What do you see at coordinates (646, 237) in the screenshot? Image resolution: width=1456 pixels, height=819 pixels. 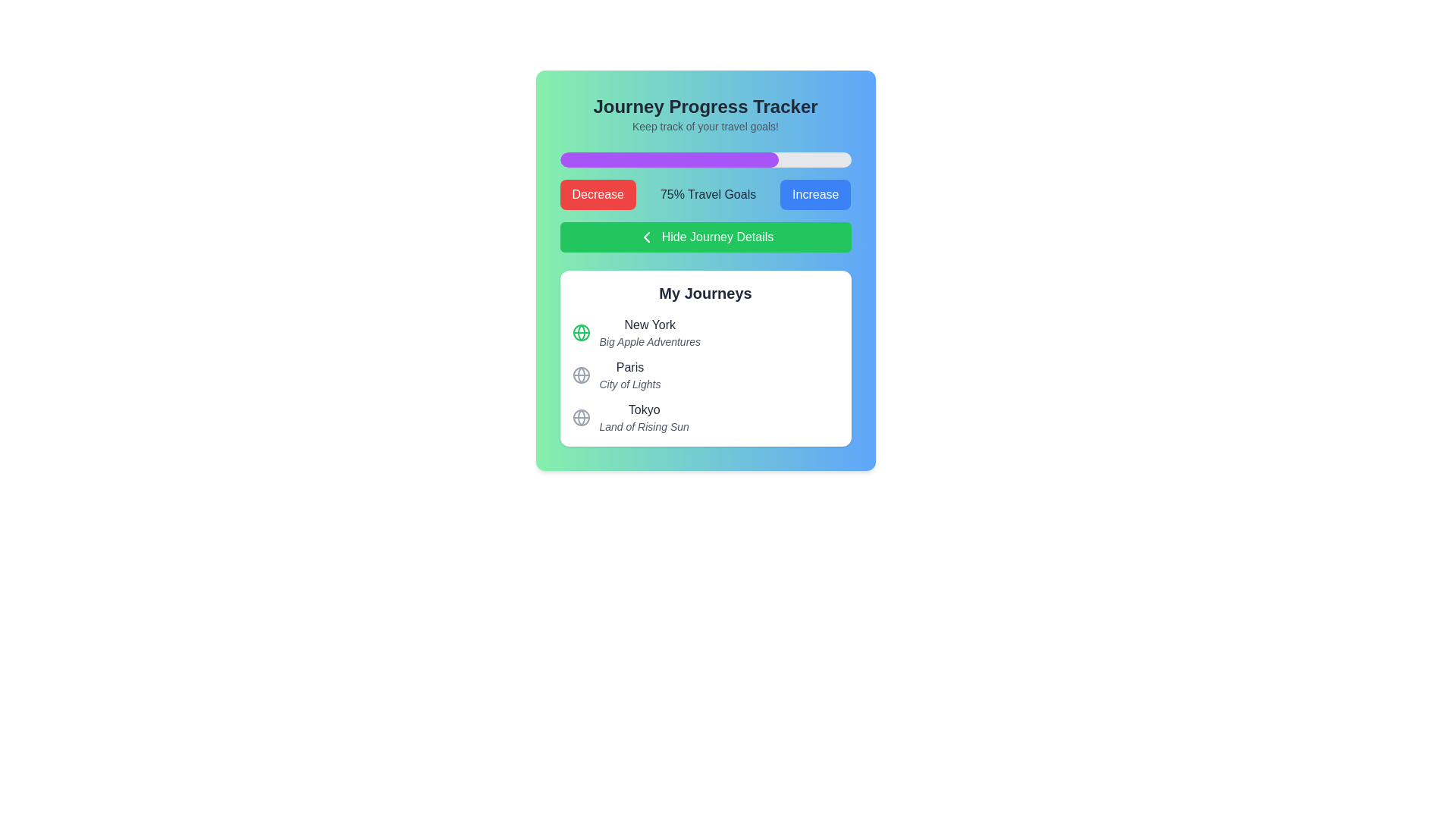 I see `the left-facing chevron icon that is part of the green button labeled 'Hide Journey Details'` at bounding box center [646, 237].